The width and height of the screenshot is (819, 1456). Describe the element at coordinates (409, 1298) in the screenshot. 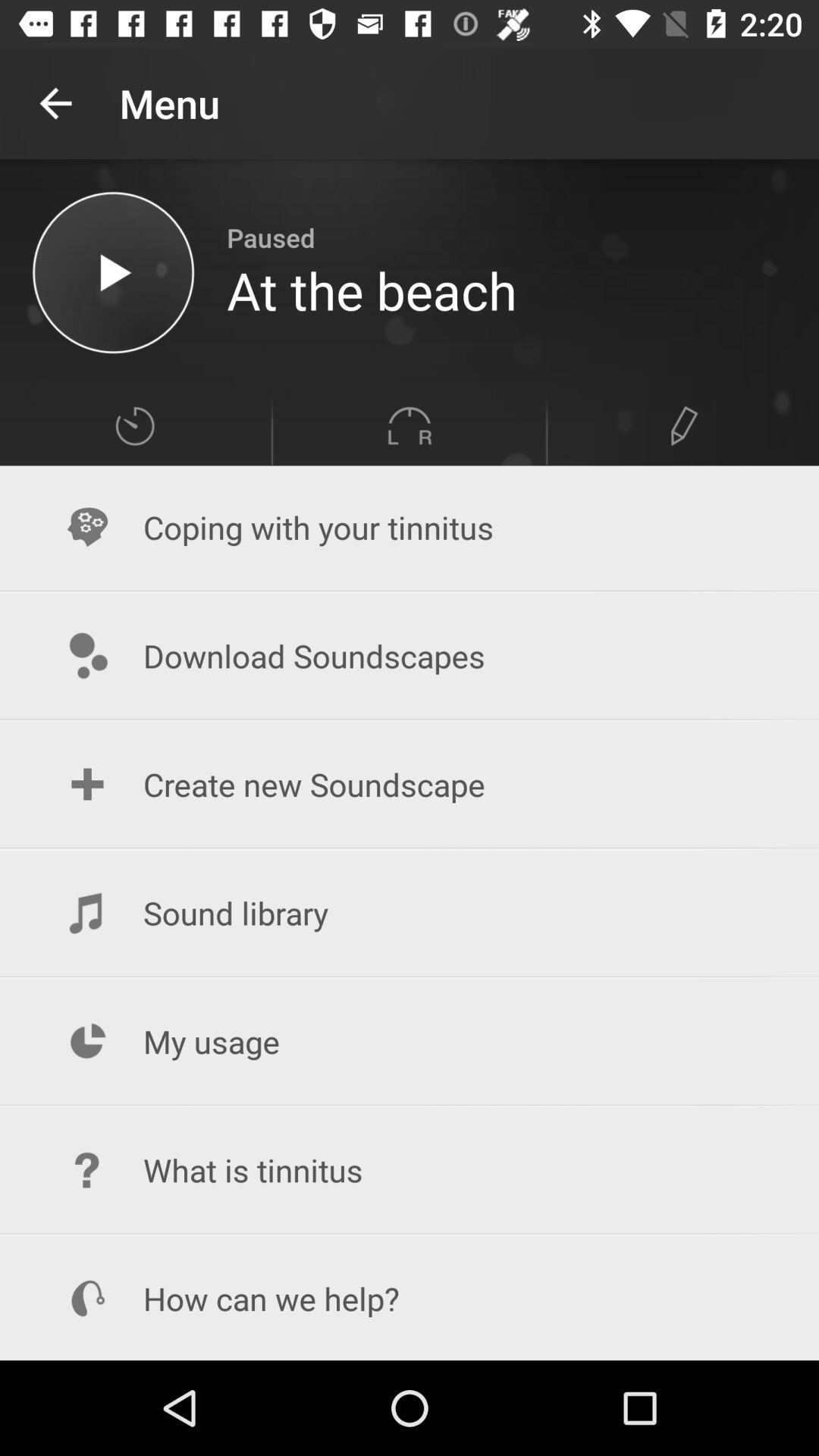

I see `the how can we item` at that location.